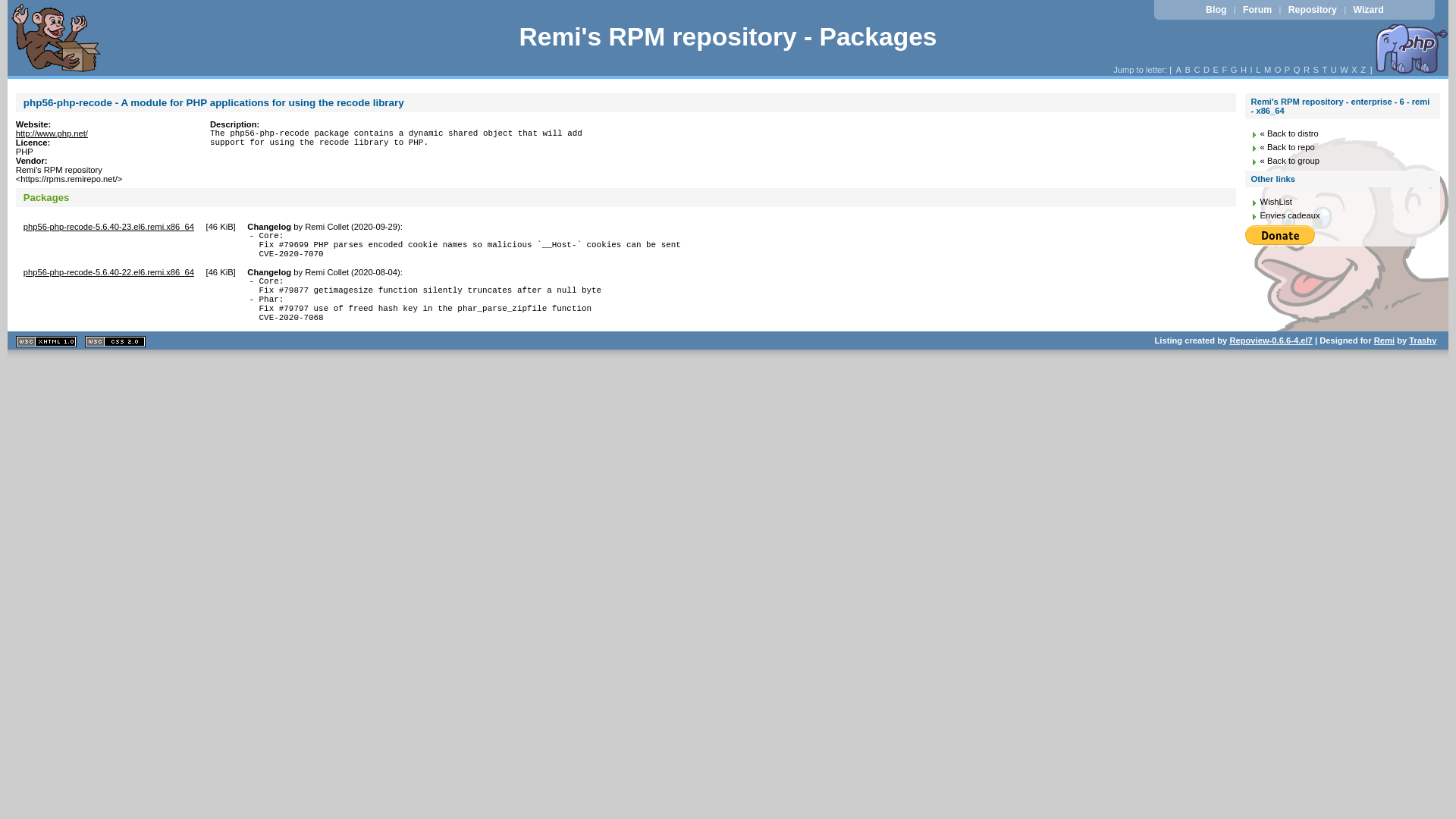  I want to click on 'Remi', so click(1384, 339).